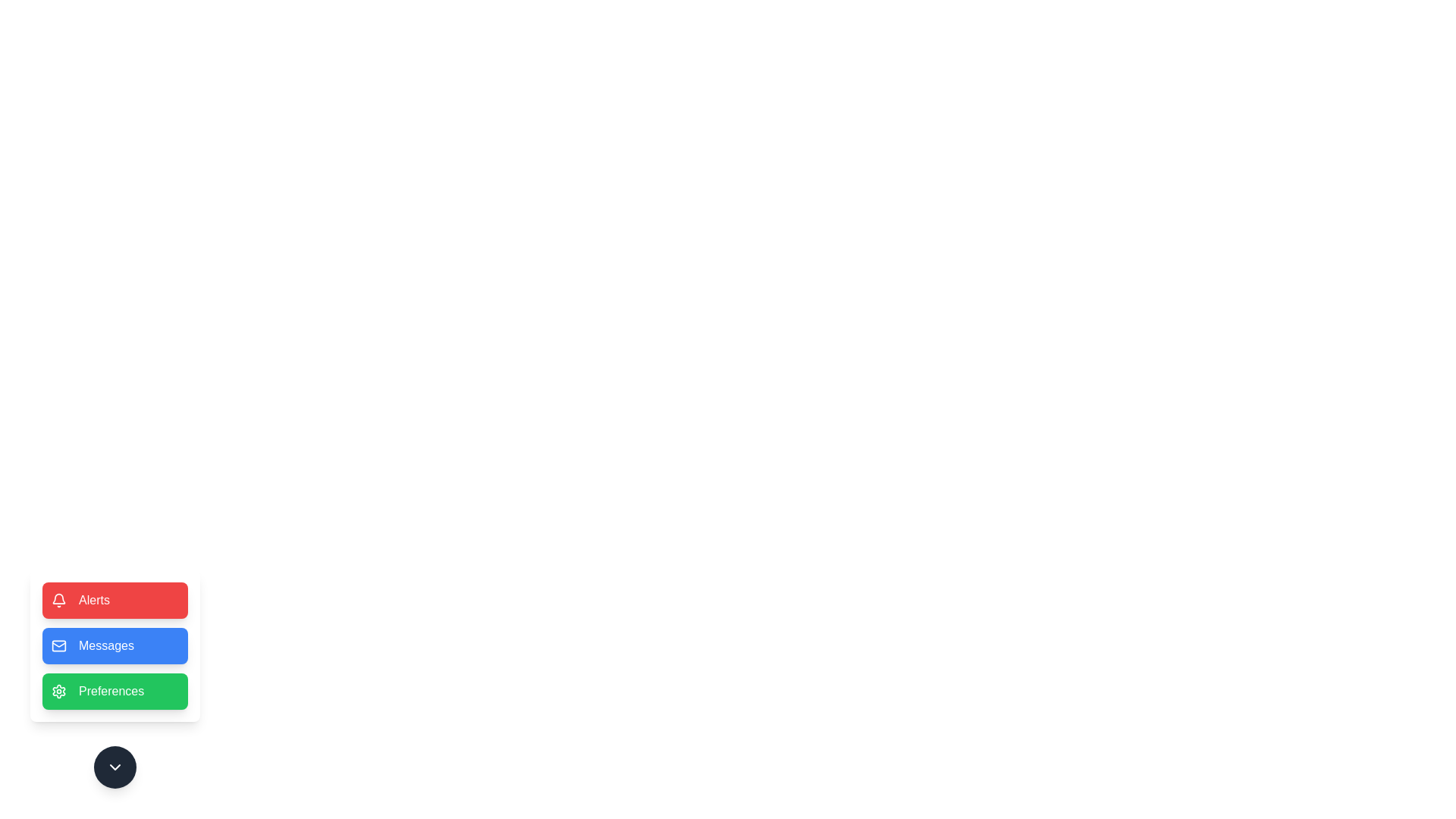  I want to click on the Preferences button to observe the hover effect, so click(115, 691).